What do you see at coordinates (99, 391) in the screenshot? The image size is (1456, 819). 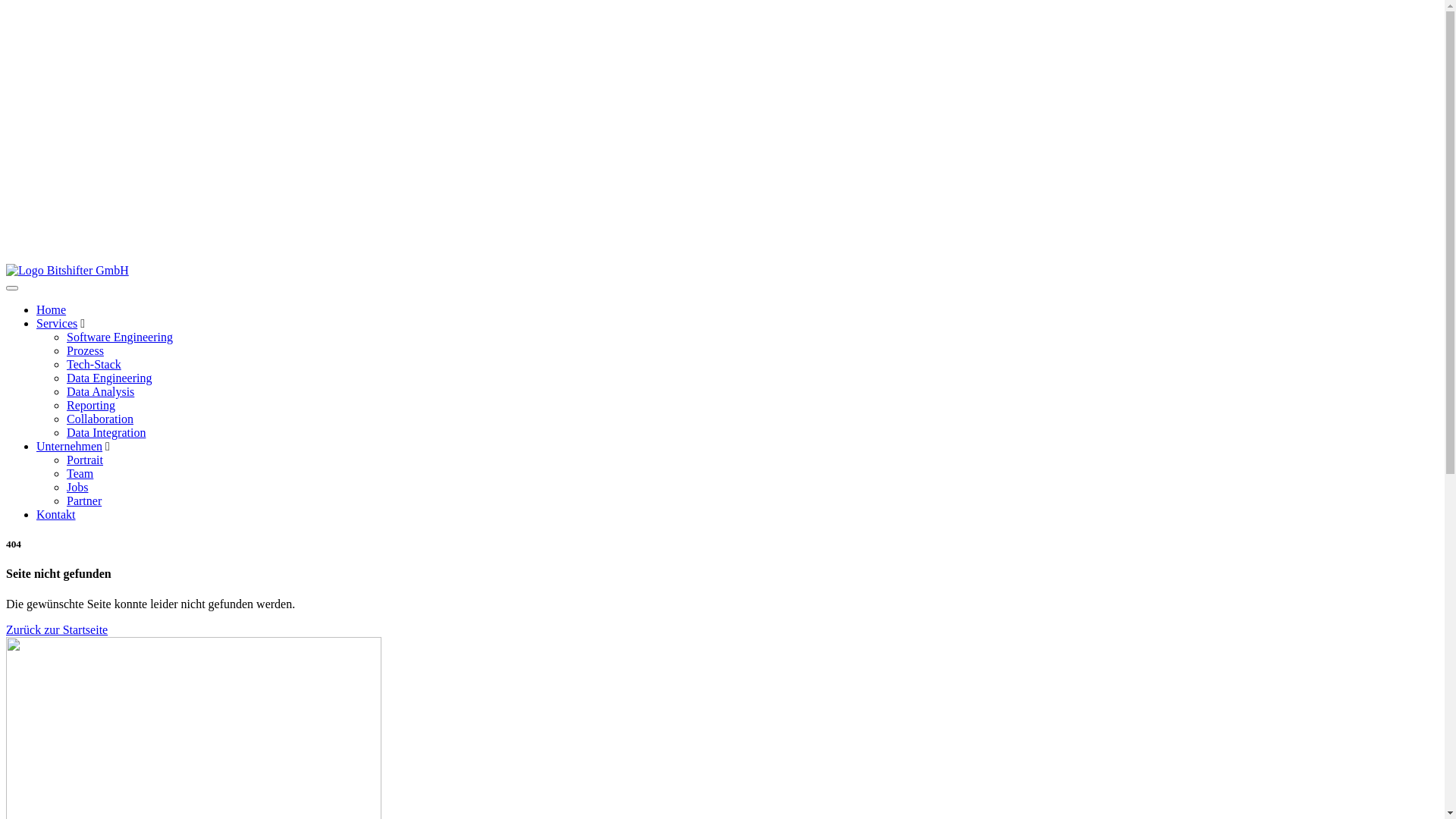 I see `'Data Analysis'` at bounding box center [99, 391].